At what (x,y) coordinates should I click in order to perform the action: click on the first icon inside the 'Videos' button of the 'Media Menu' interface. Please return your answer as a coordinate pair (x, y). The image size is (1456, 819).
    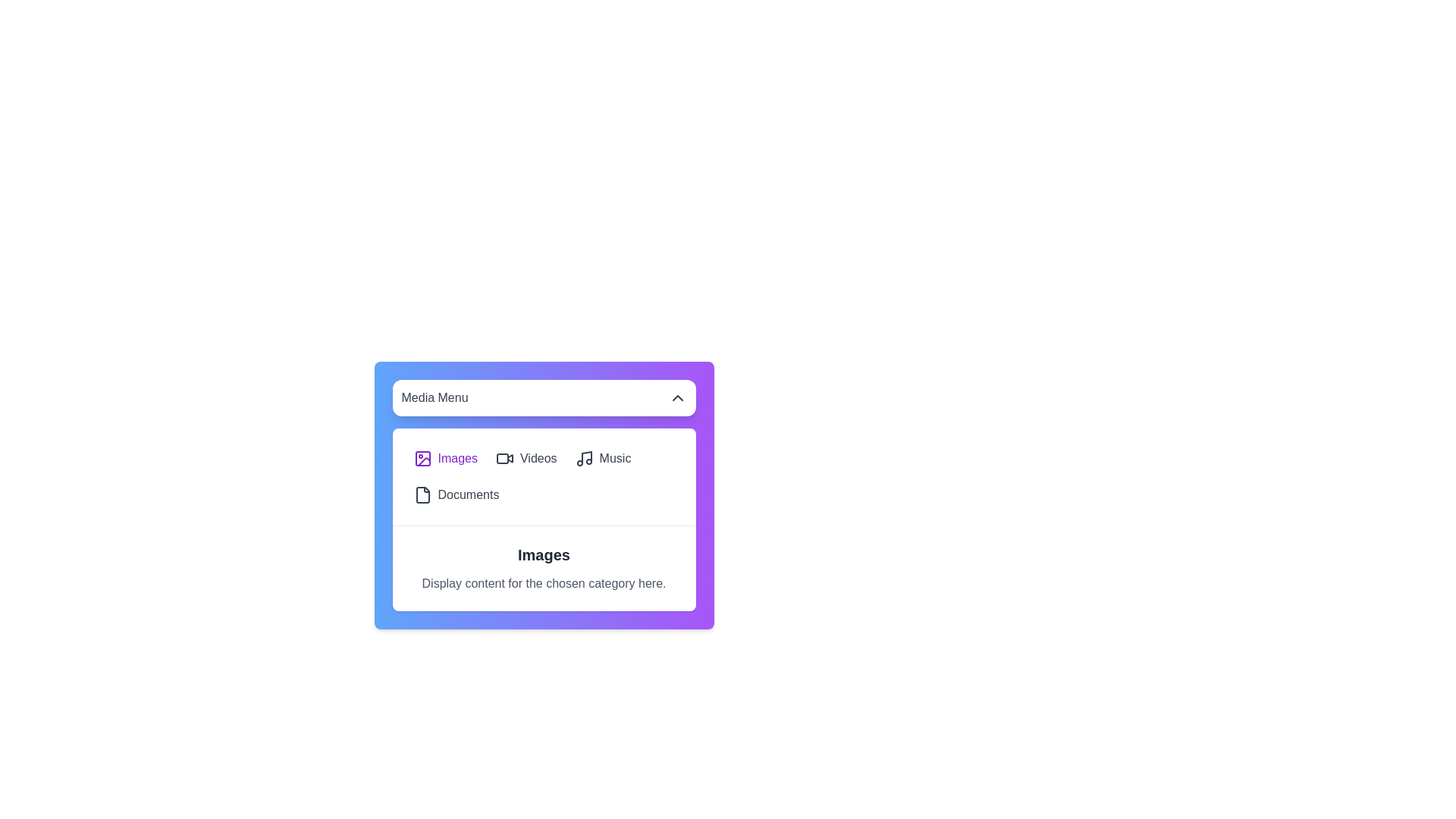
    Looking at the image, I should click on (505, 458).